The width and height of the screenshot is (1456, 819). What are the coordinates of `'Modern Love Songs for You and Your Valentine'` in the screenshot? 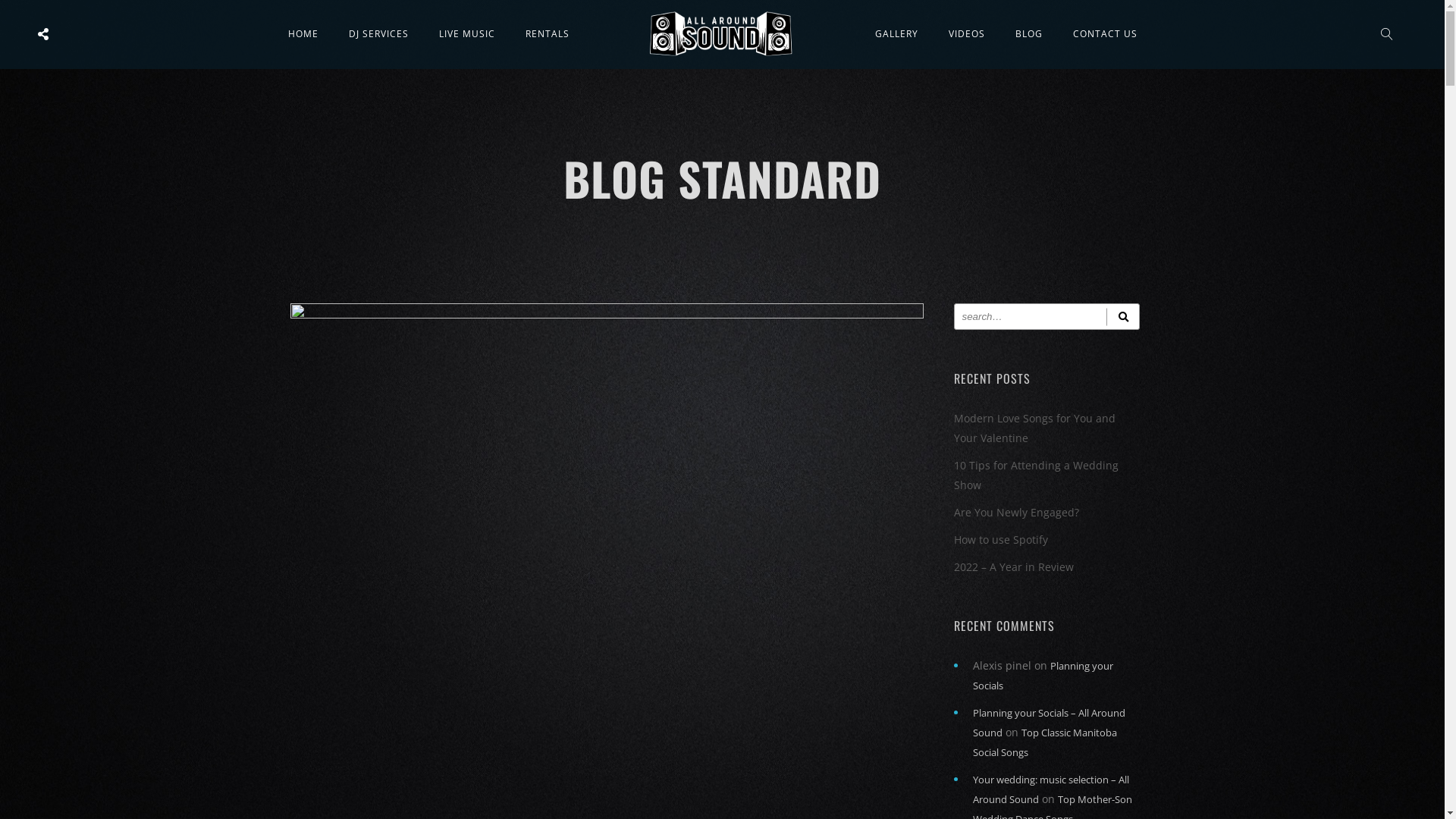 It's located at (1034, 428).